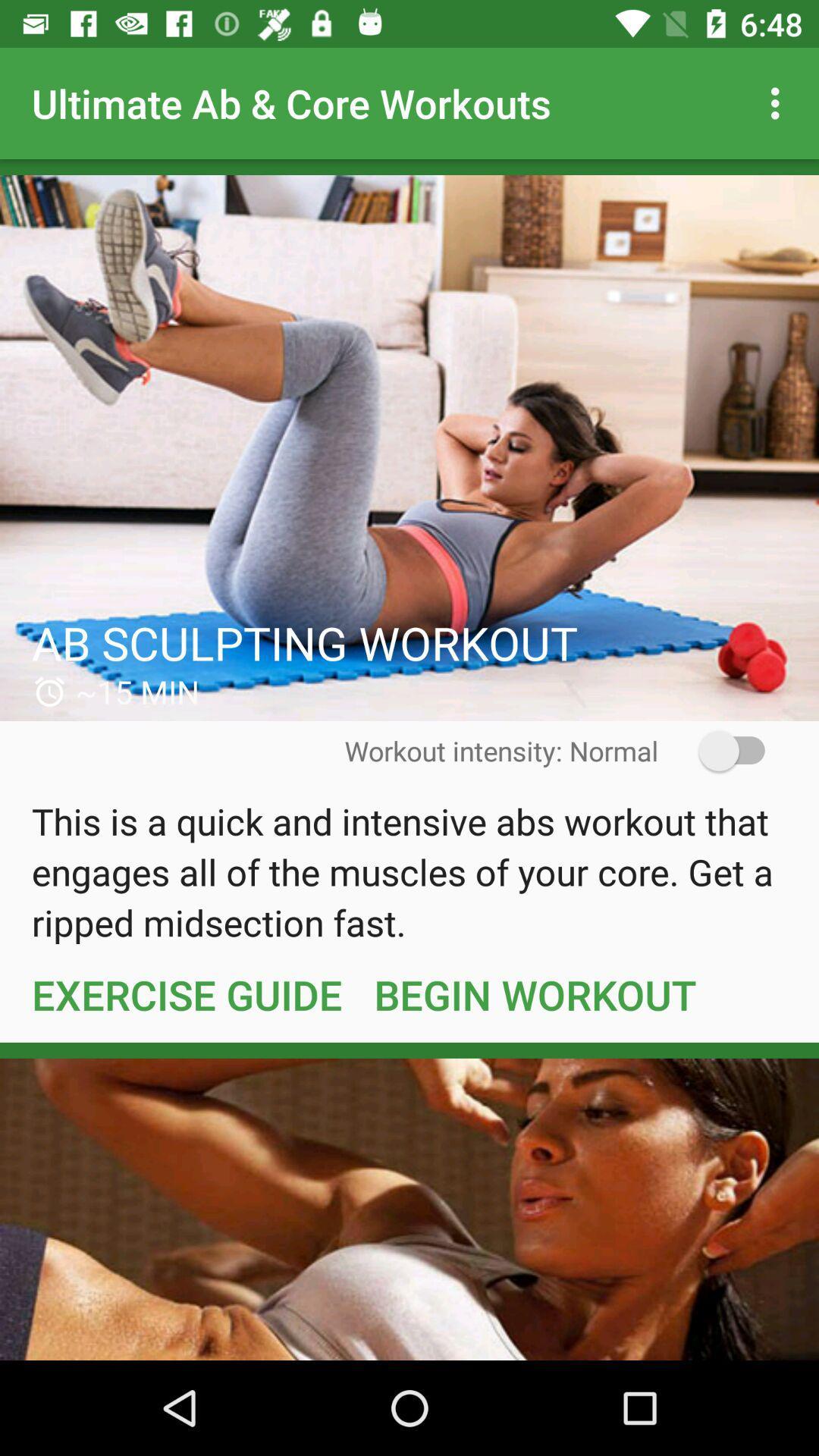 Image resolution: width=819 pixels, height=1456 pixels. Describe the element at coordinates (186, 994) in the screenshot. I see `the icon below this is a icon` at that location.